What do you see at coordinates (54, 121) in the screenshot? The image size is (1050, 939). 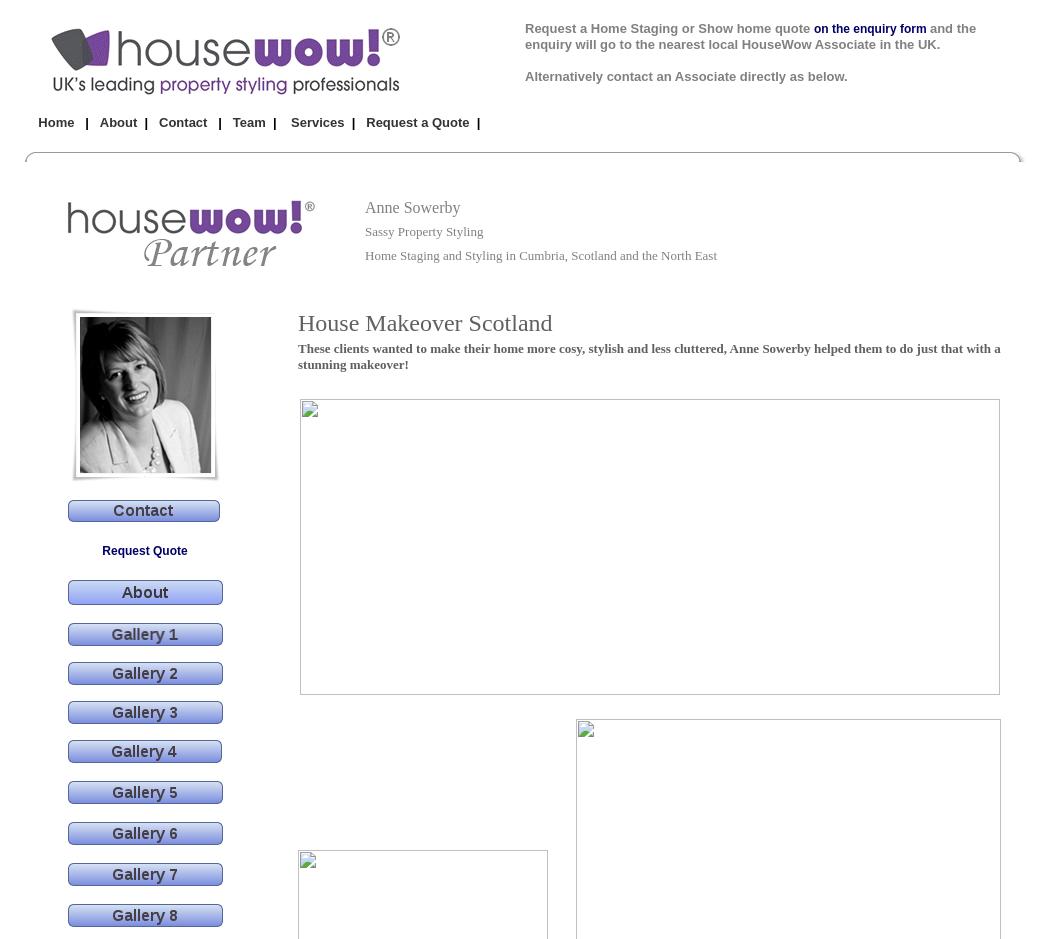 I see `'Home'` at bounding box center [54, 121].